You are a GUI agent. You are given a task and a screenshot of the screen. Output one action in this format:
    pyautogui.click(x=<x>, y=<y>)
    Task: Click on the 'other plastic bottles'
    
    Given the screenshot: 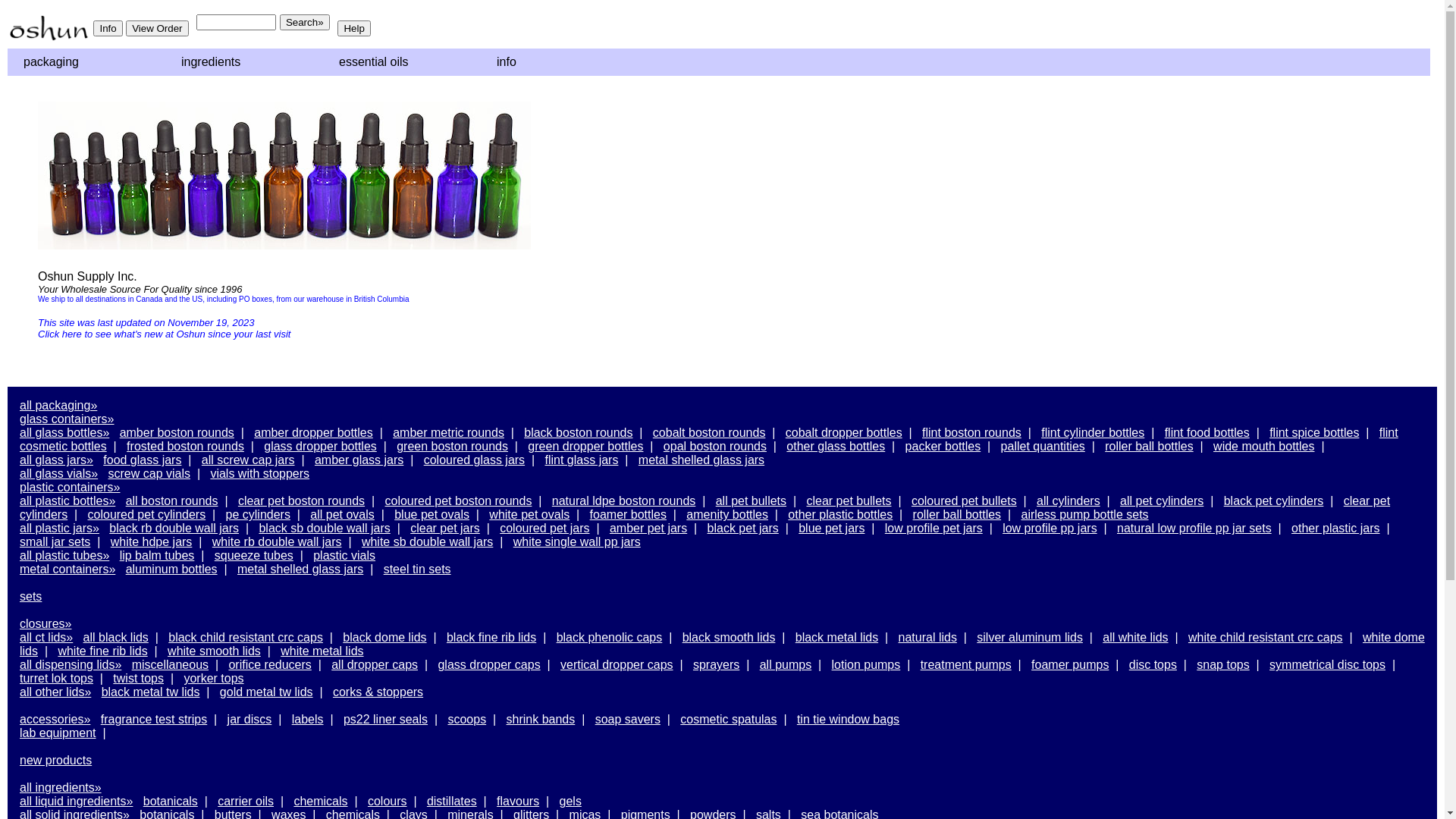 What is the action you would take?
    pyautogui.click(x=839, y=513)
    